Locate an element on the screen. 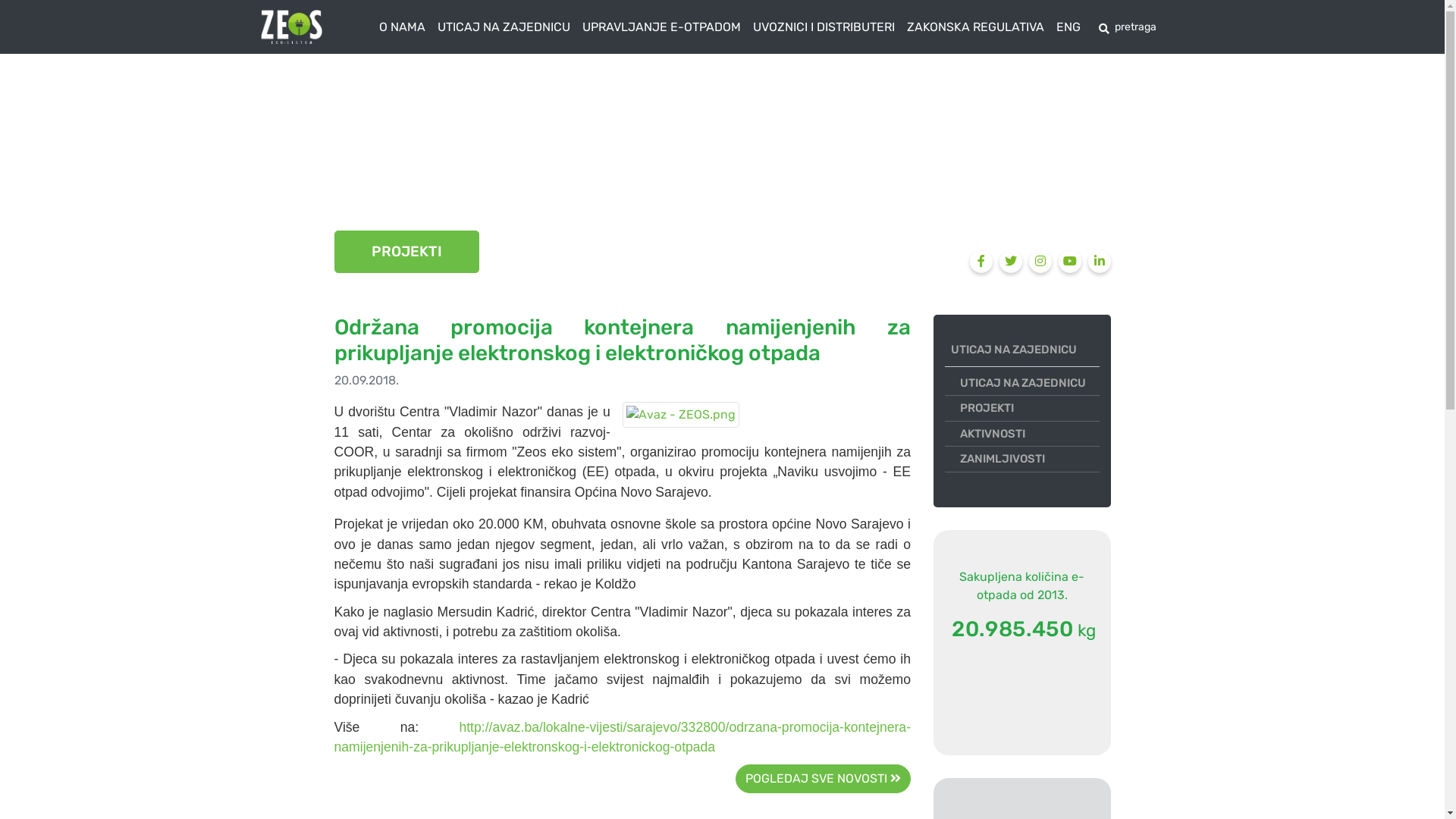 The height and width of the screenshot is (819, 1456). 'AKTIVNOSTI' is located at coordinates (959, 434).